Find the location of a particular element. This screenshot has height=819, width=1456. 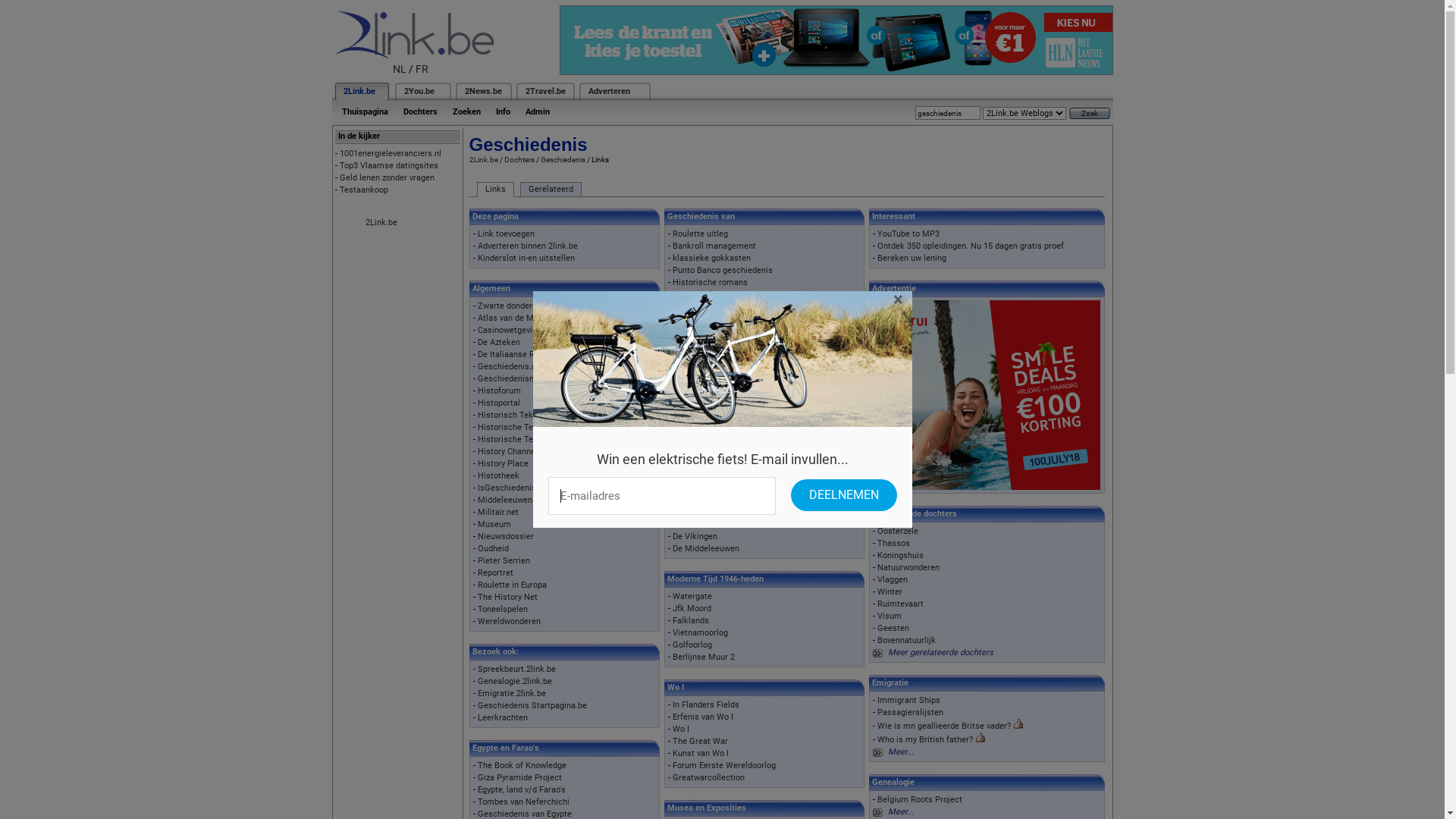

'Links' is located at coordinates (494, 189).